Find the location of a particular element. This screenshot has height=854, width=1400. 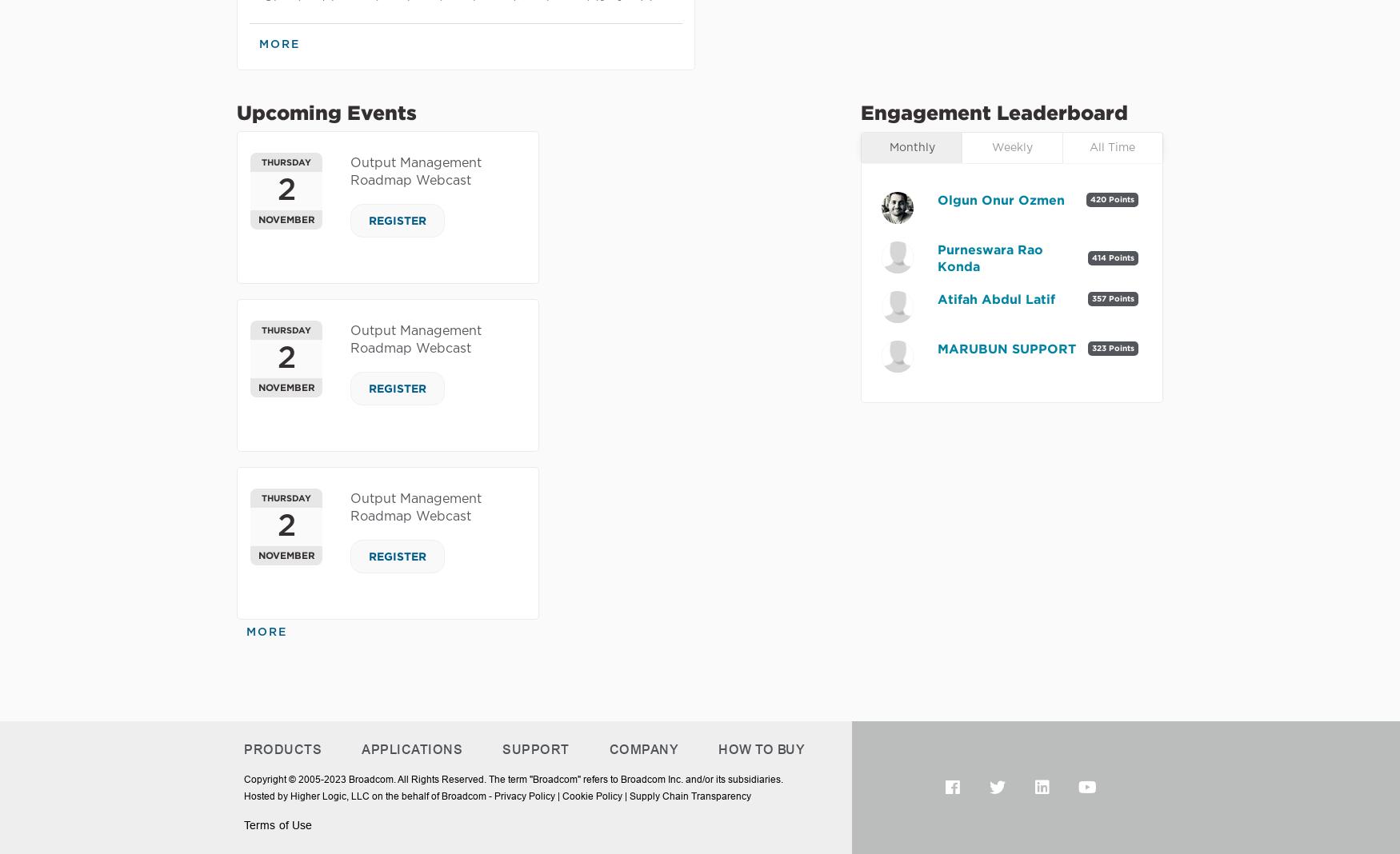

'MARUBUN SUPPORT' is located at coordinates (1006, 347).